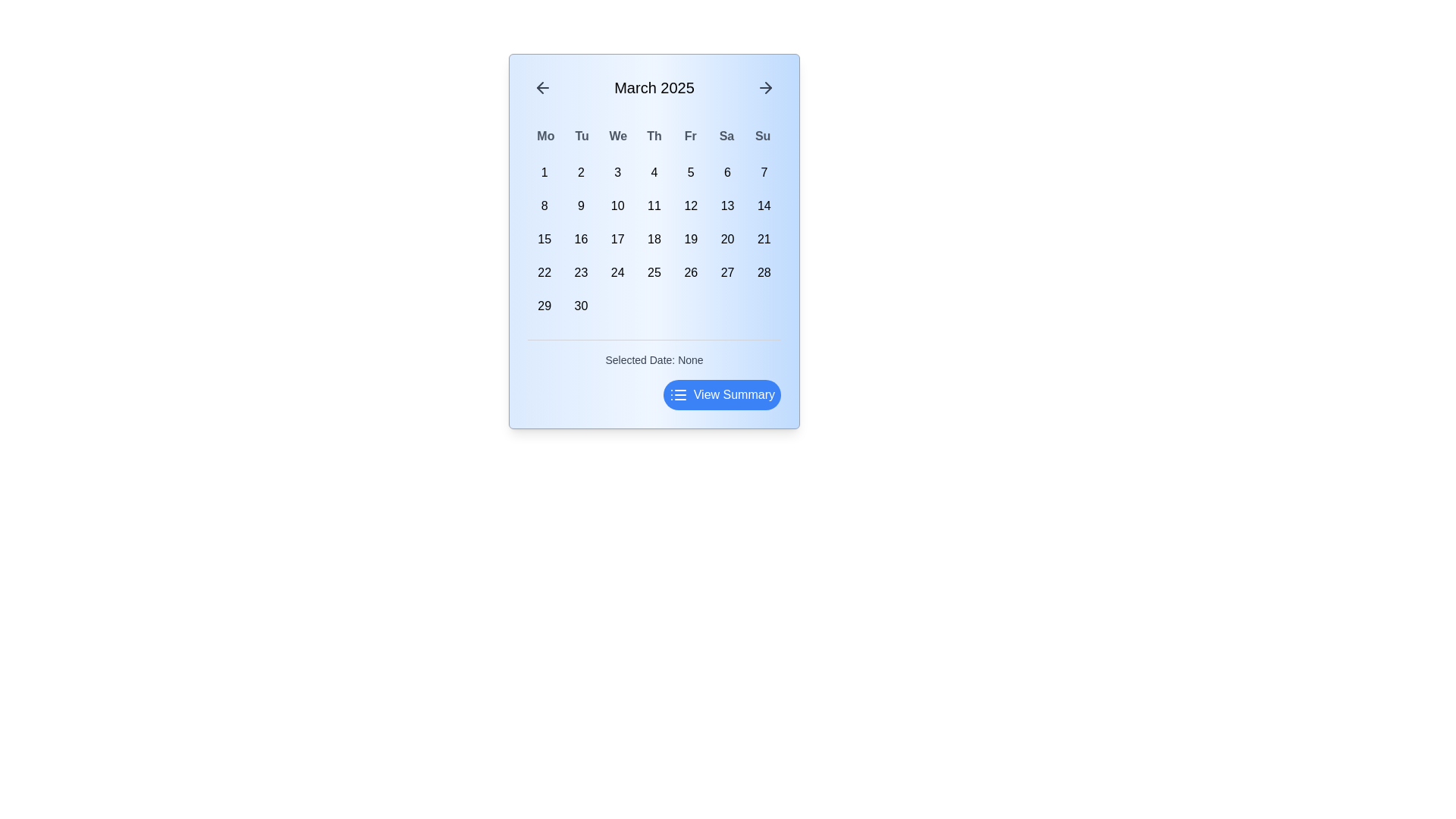 The image size is (1456, 819). I want to click on the button displaying the number '4' in black text, which is styled as a rounded square and is located in the fourth position of the top row in a calendar layout, so click(654, 171).